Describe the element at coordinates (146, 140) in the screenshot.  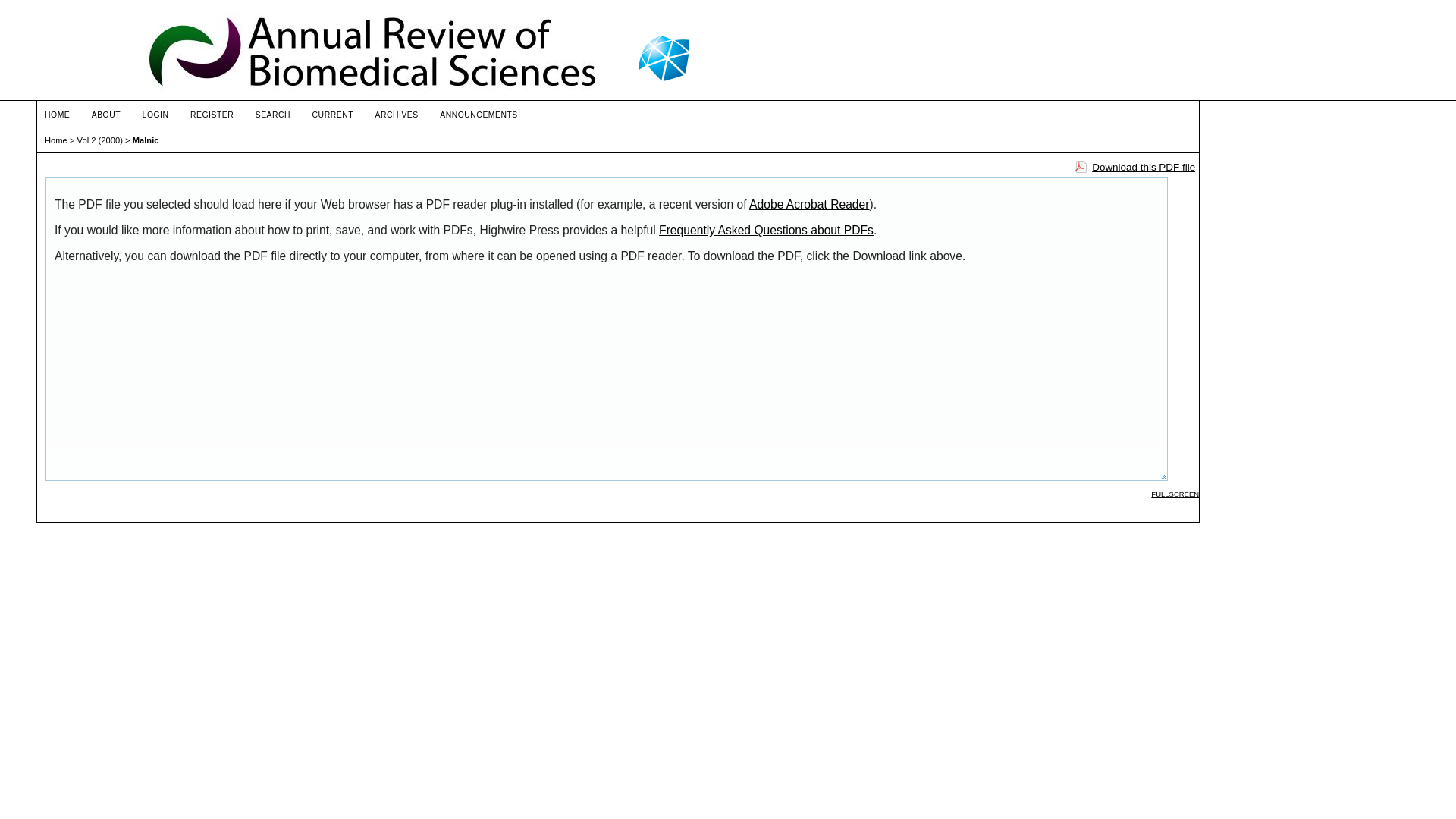
I see `'Malnic'` at that location.